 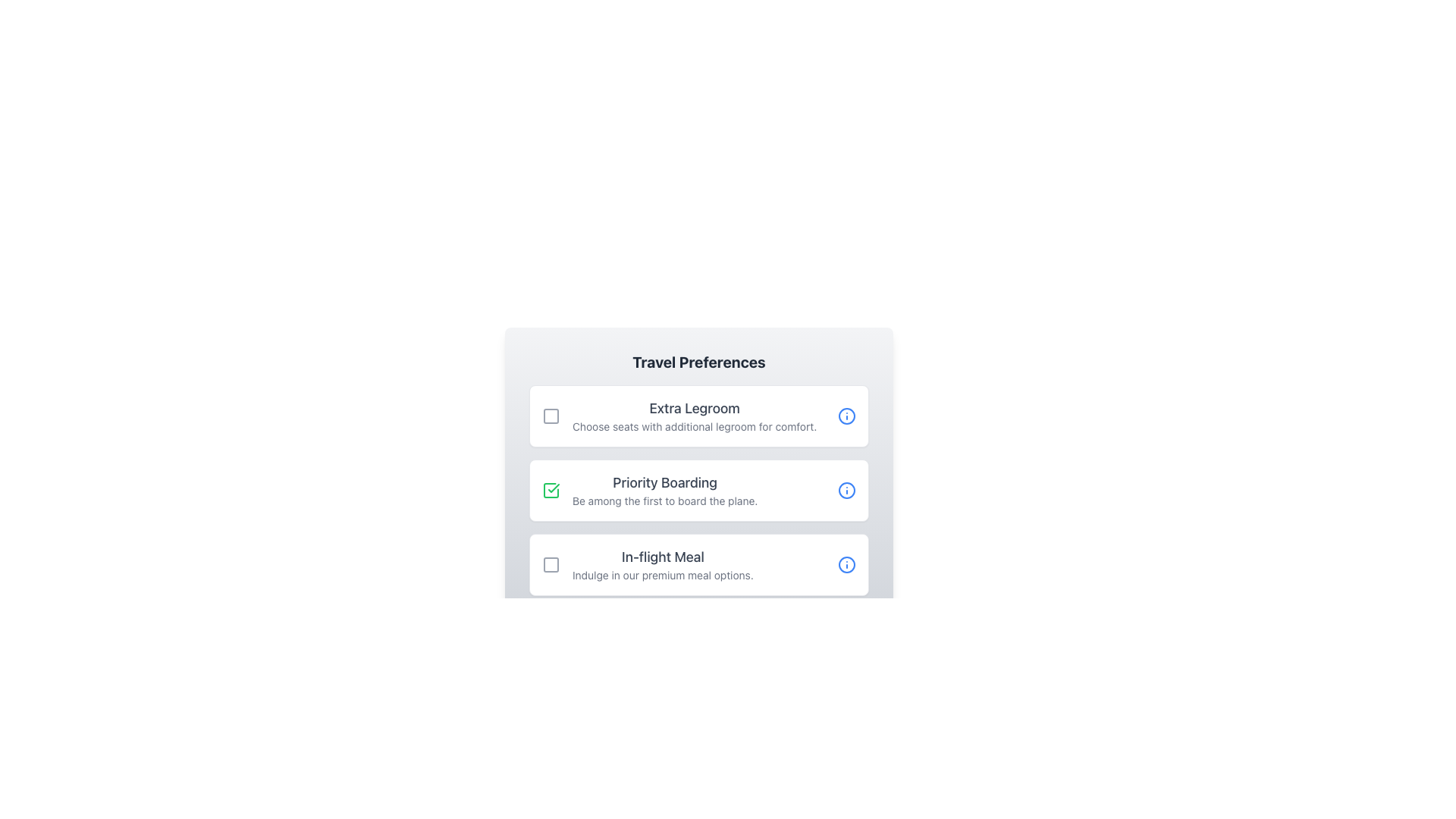 I want to click on the circular icon with a blue border located at the far right end of the 'In-flight Meal' option row, so click(x=846, y=564).